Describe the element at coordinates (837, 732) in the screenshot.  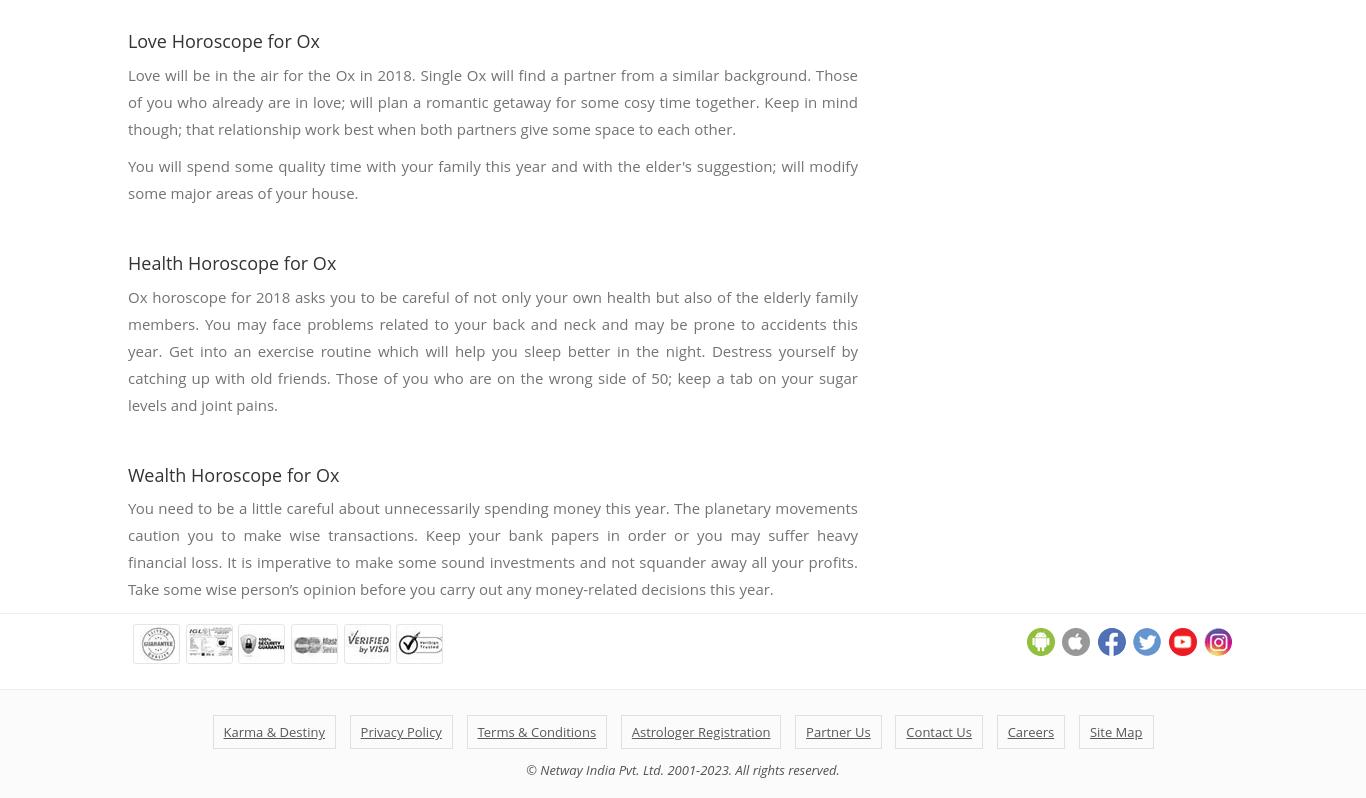
I see `'Partner Us'` at that location.